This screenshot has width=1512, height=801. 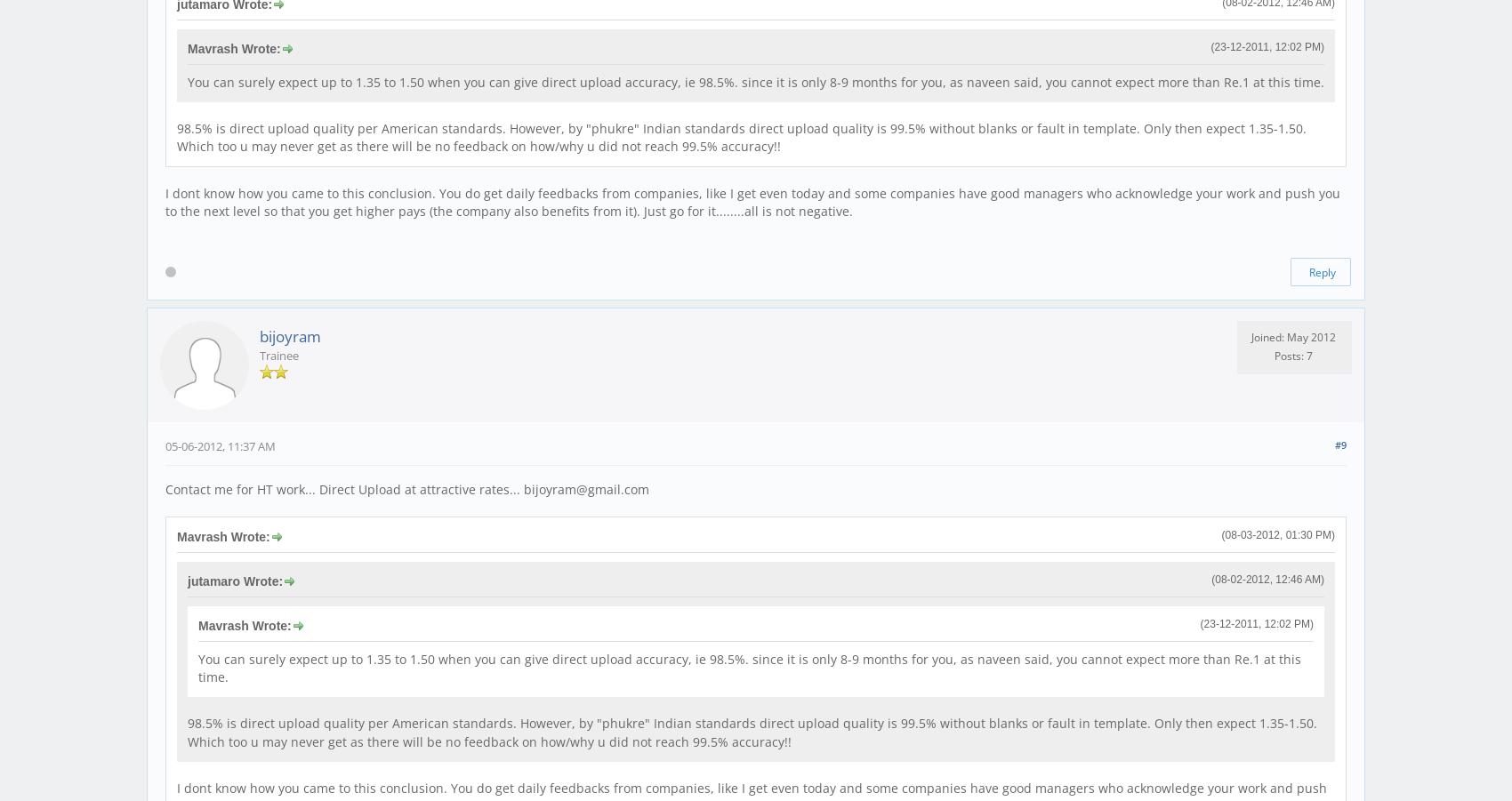 I want to click on 'Trainee', so click(x=278, y=353).